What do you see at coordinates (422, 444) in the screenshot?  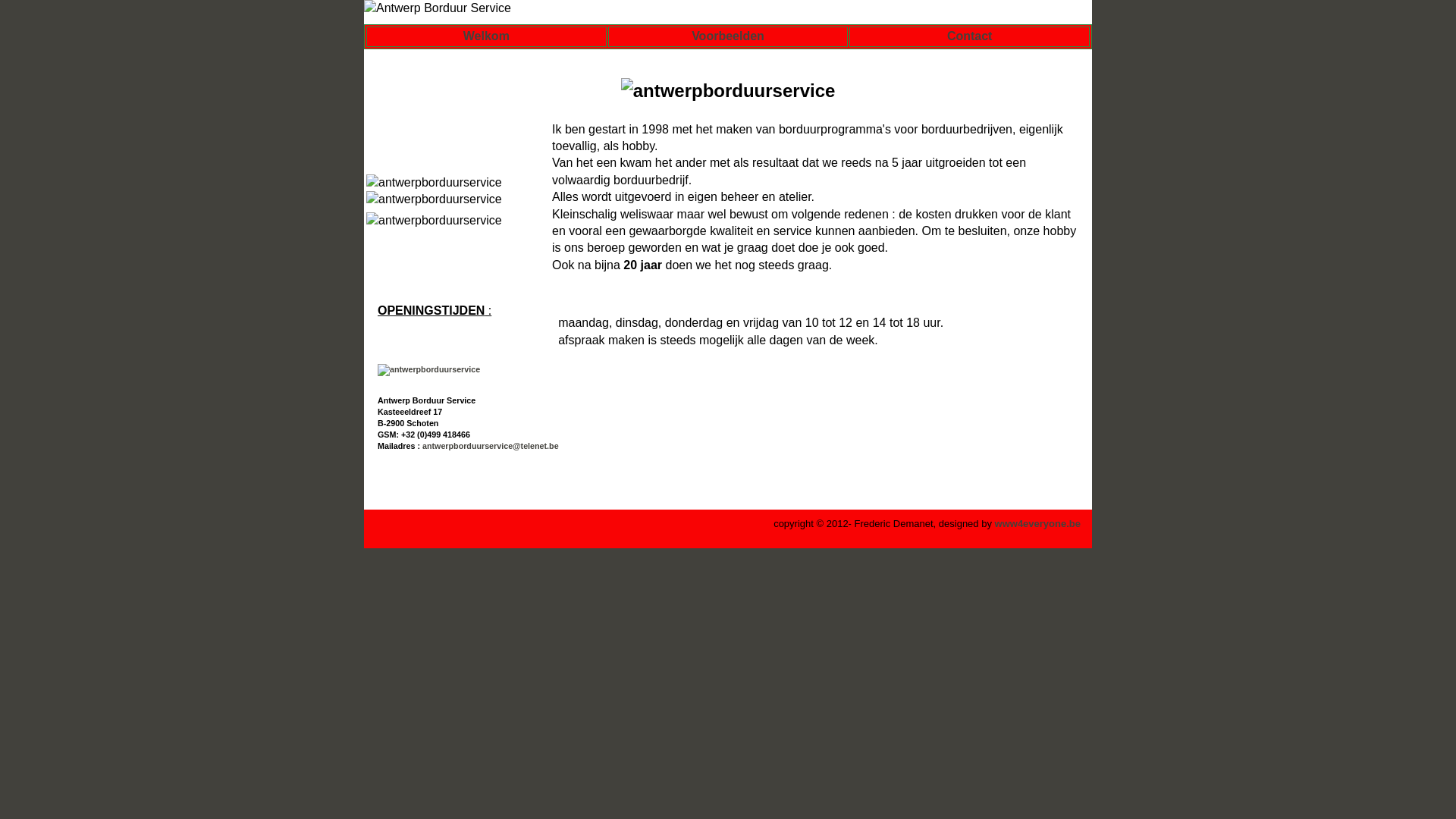 I see `'antwerpborduurservice@telenet.be'` at bounding box center [422, 444].